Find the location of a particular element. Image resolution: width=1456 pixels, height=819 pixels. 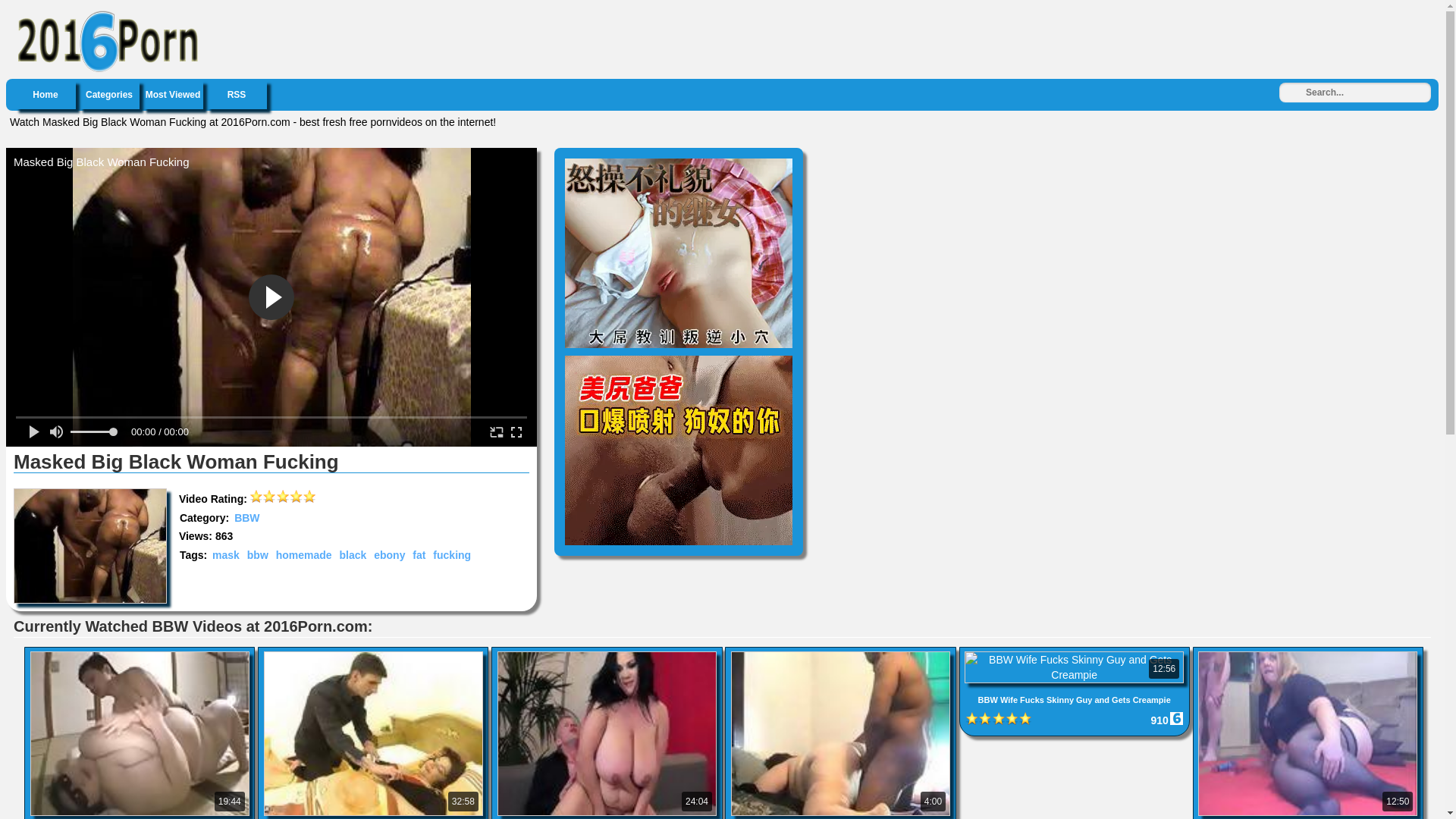

'black' is located at coordinates (336, 555).